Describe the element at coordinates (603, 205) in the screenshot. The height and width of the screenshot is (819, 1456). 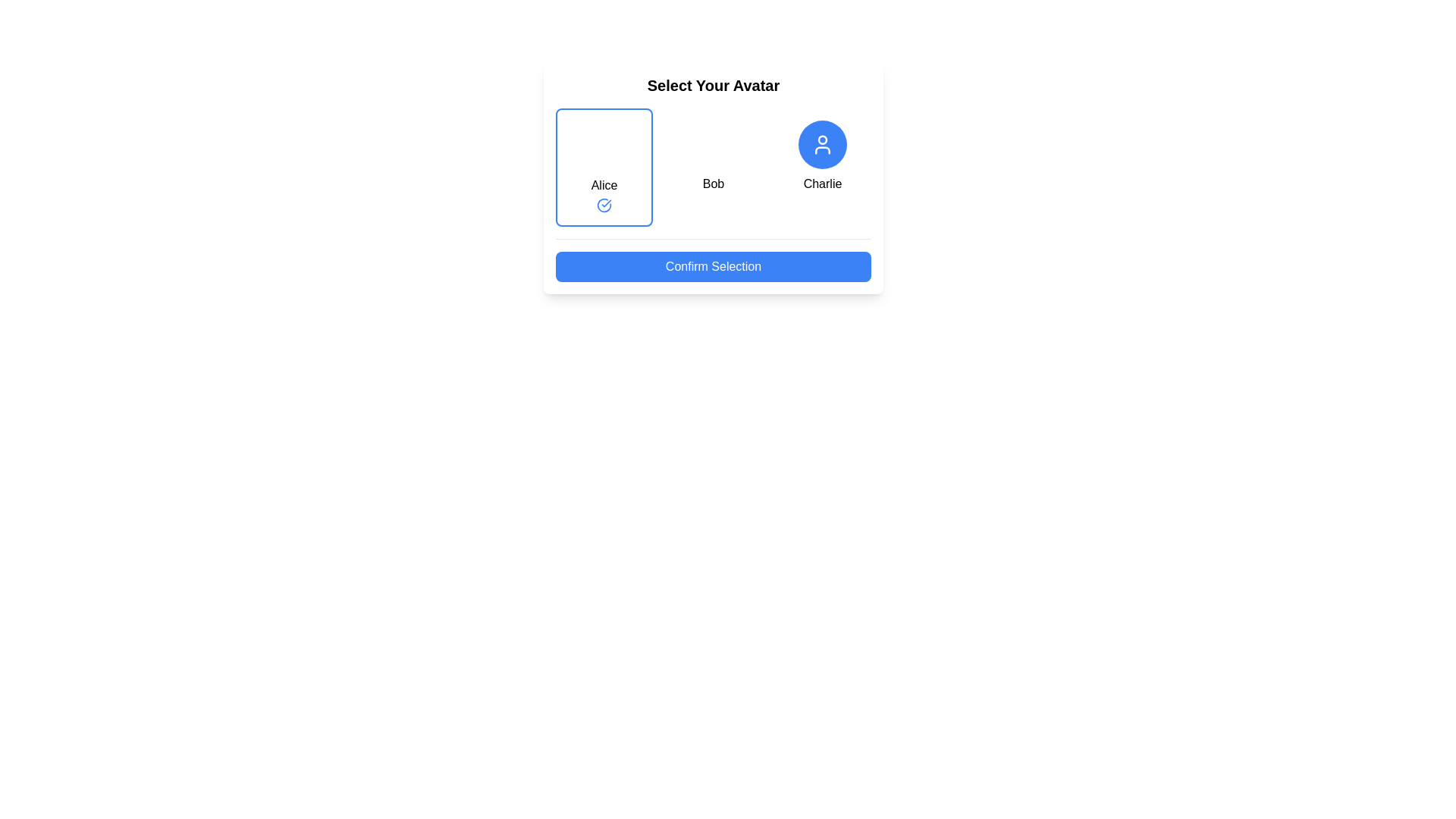
I see `blue circular checkmark icon associated with selection or confirmation located inside the avatar box labeled 'Alice', near the center-bottom portion` at that location.